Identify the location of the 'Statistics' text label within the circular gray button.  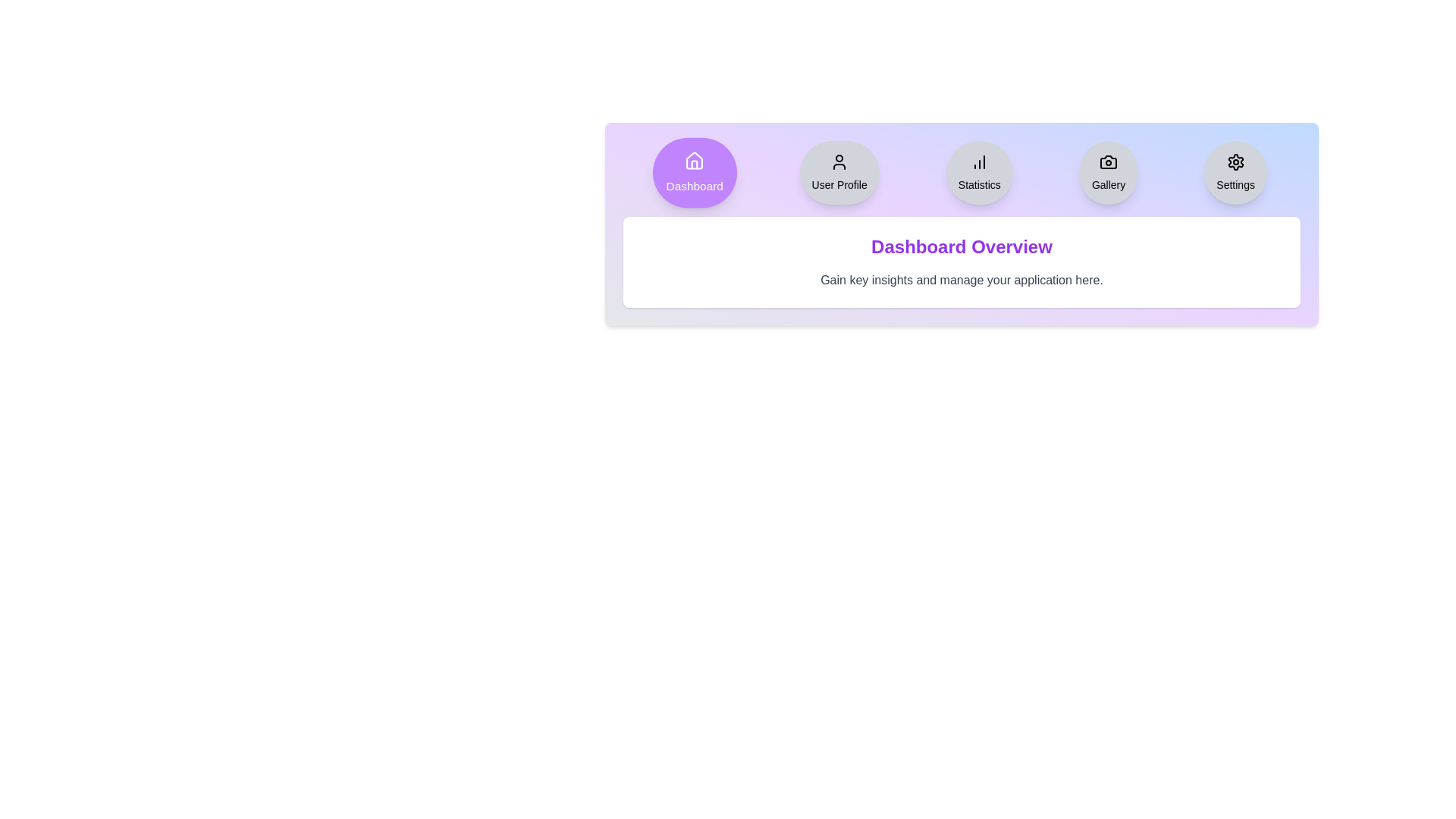
(979, 184).